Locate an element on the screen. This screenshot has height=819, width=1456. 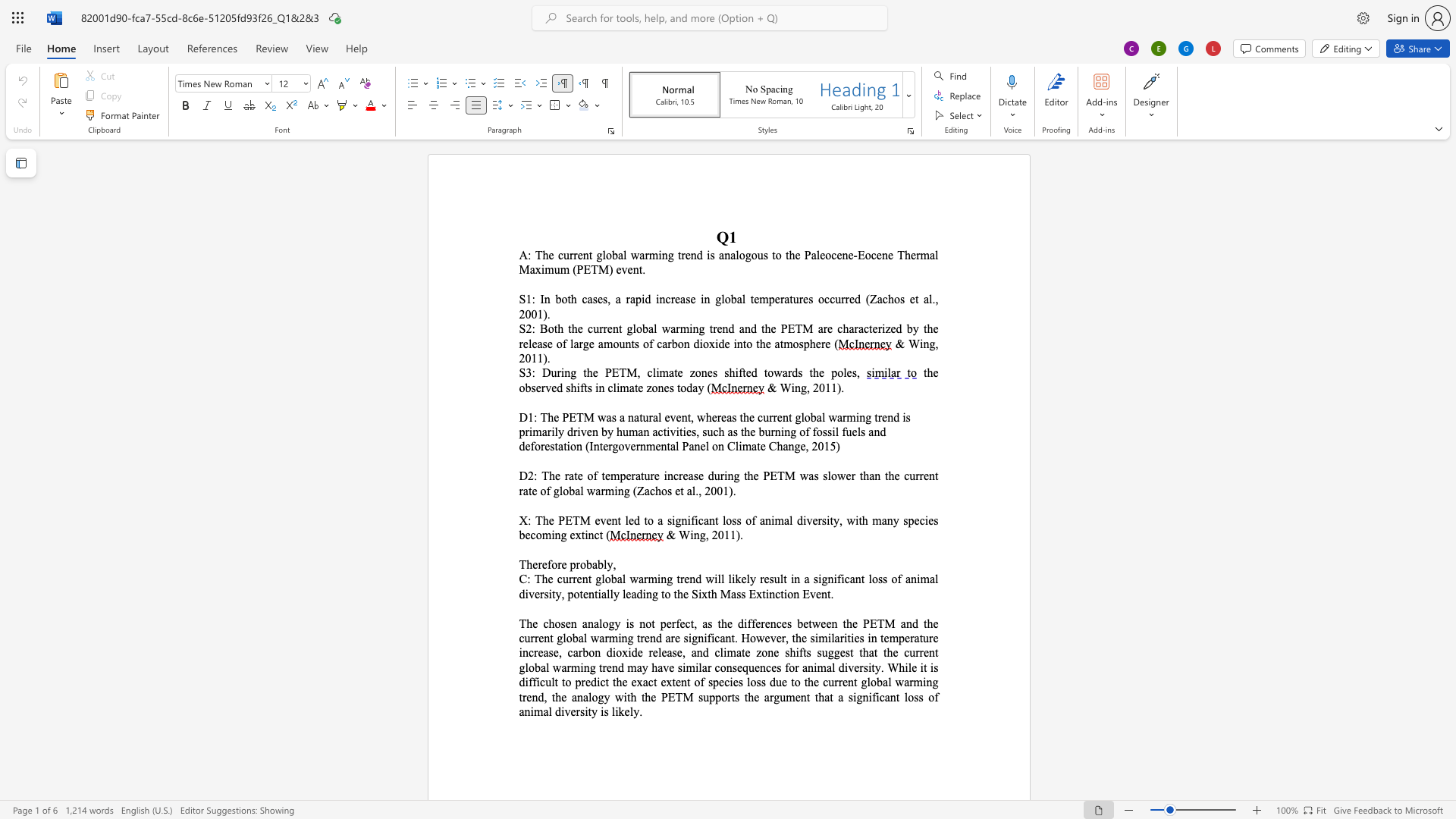
the 3th character "i" in the text is located at coordinates (736, 372).